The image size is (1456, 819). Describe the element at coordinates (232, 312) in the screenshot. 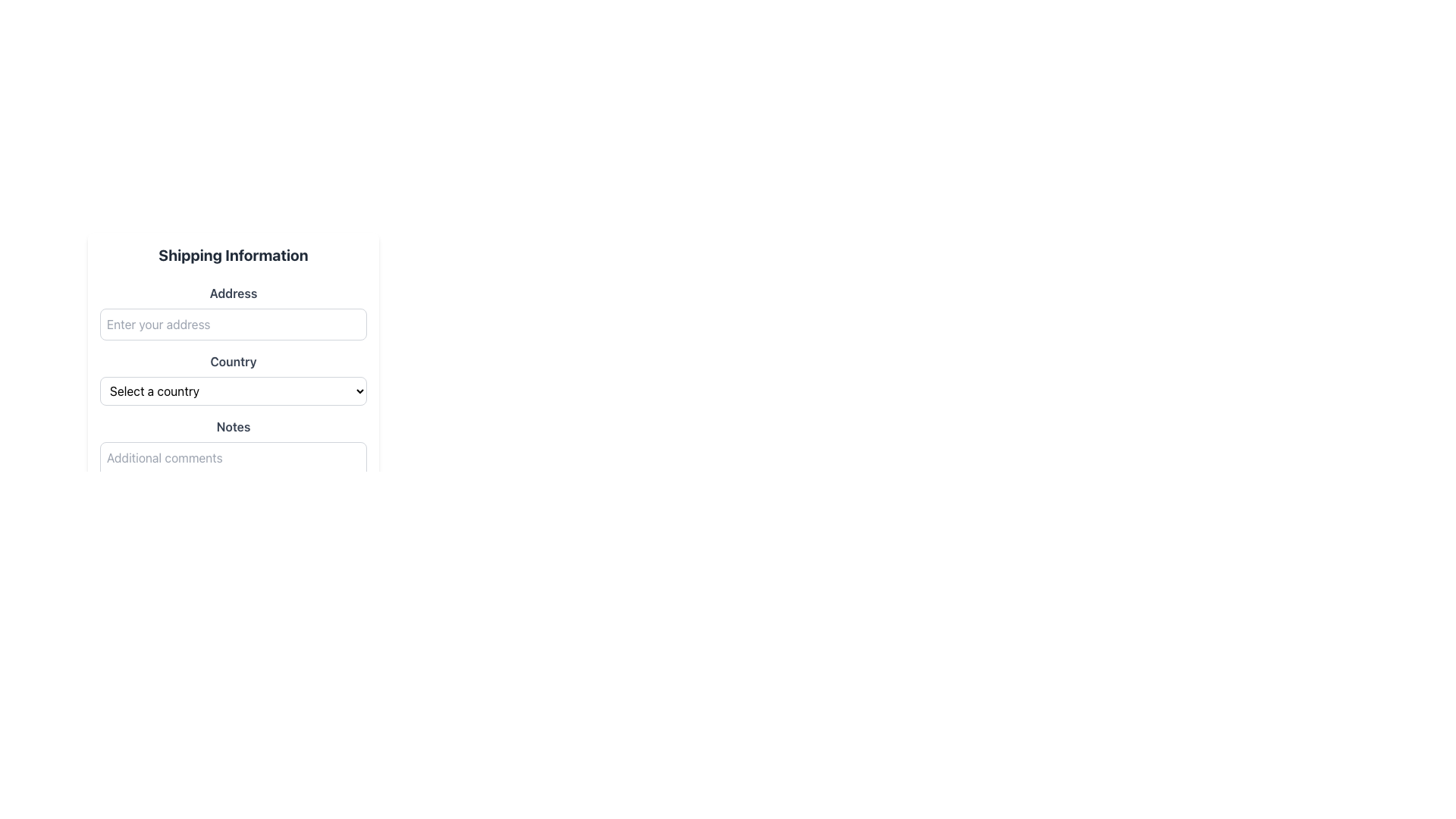

I see `the input field for entering the address to focus on it` at that location.